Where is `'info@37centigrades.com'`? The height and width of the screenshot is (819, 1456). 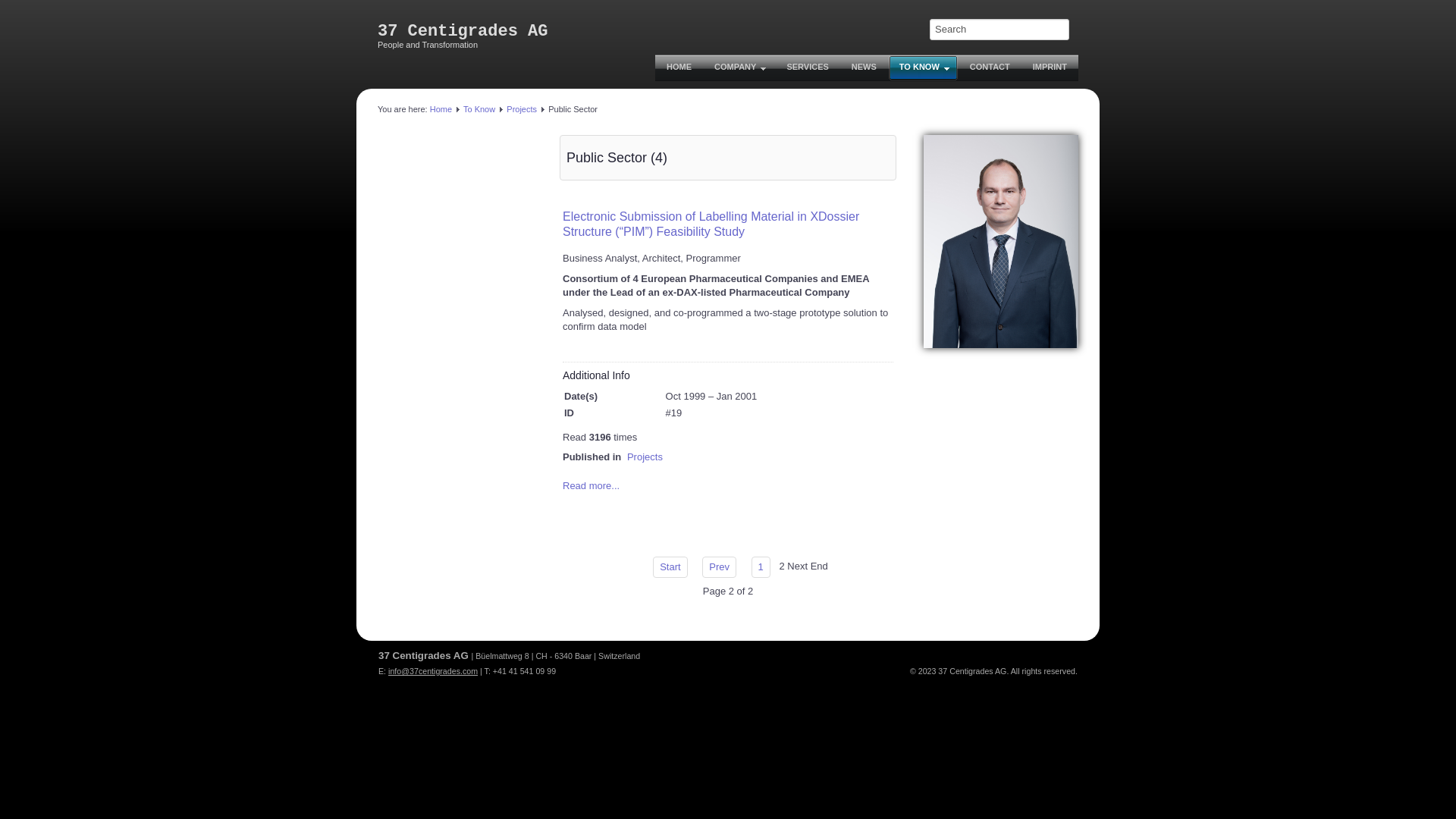
'info@37centigrades.com' is located at coordinates (432, 670).